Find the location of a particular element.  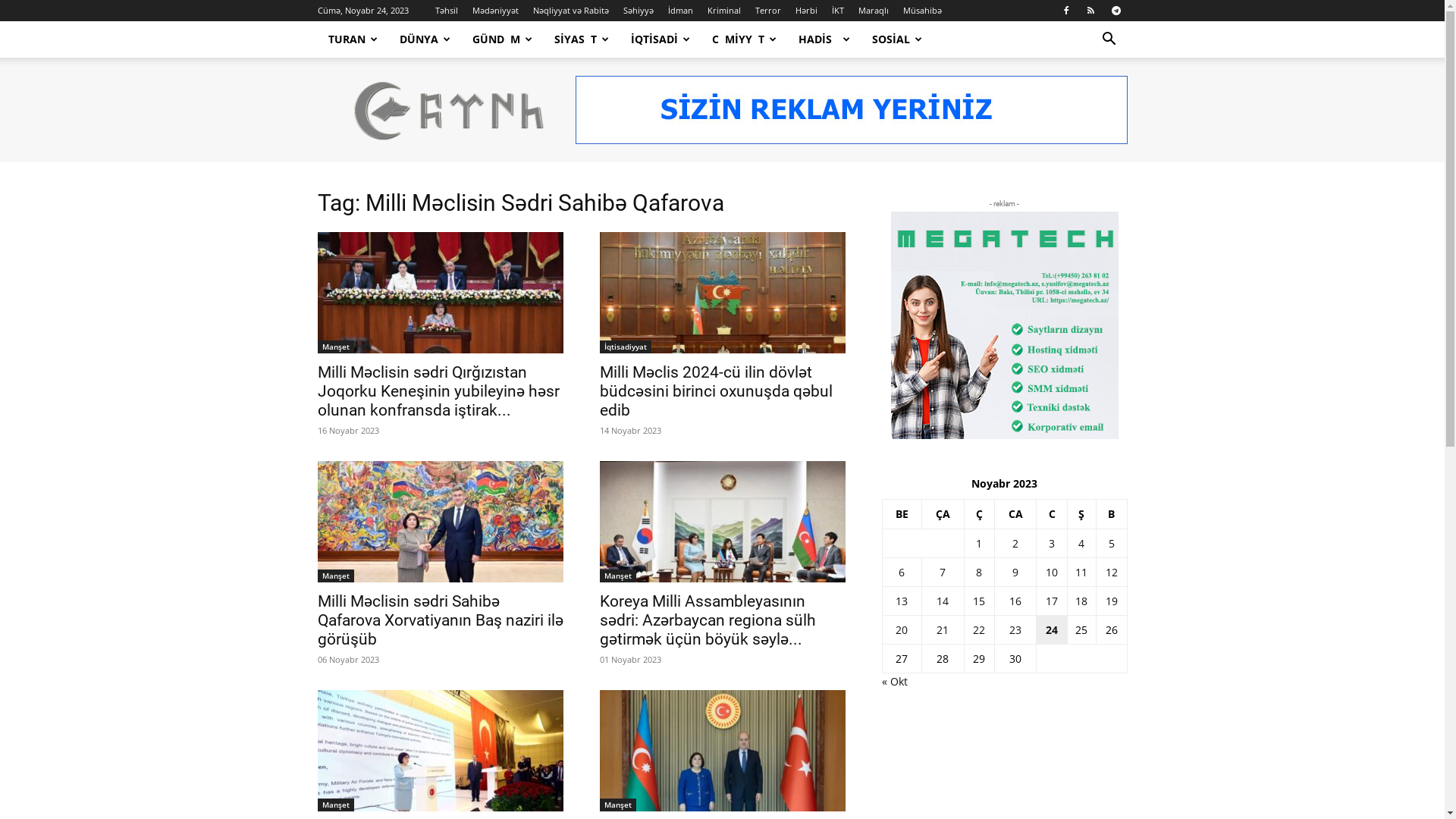

'21' is located at coordinates (935, 629).